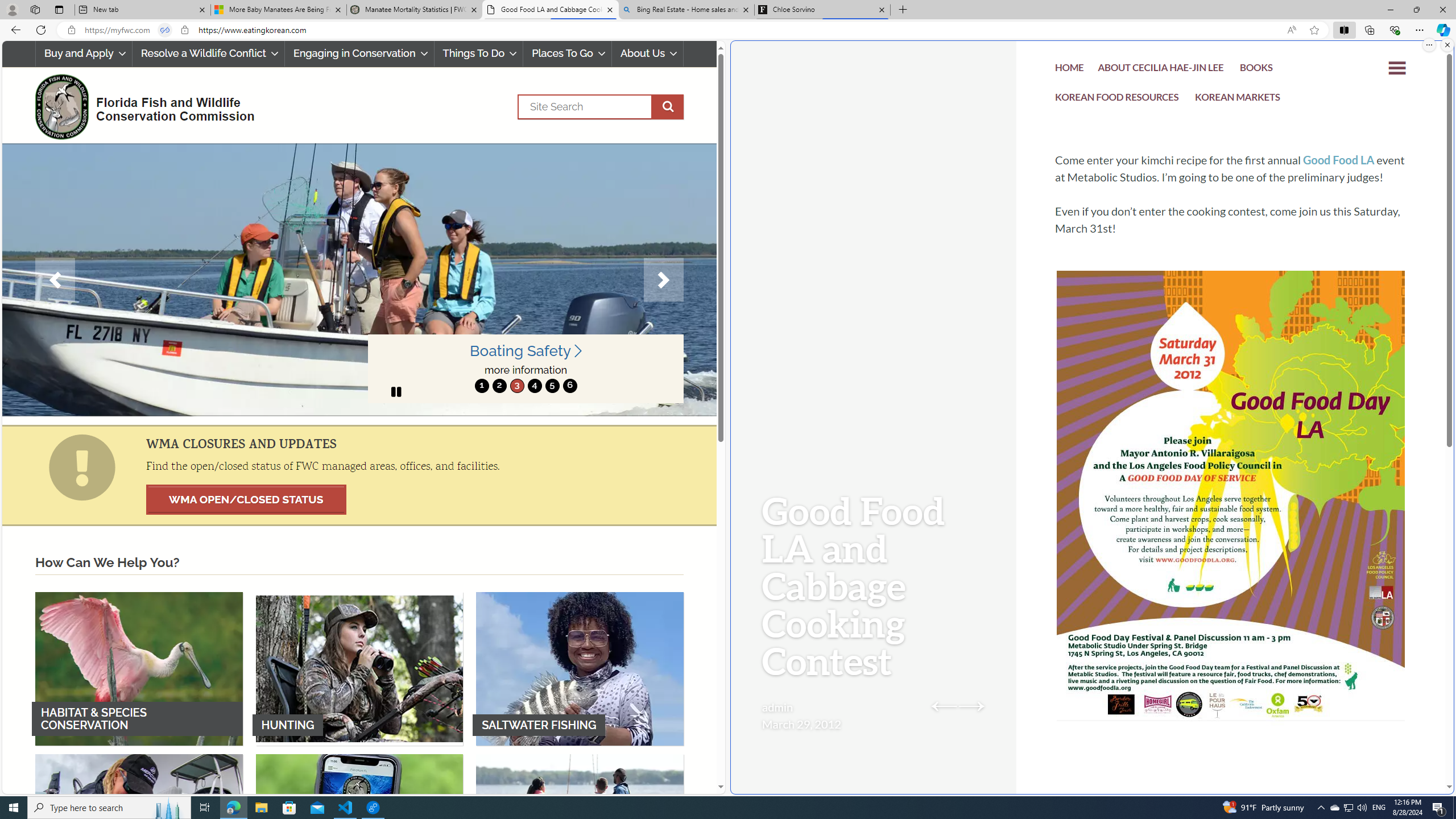 This screenshot has width=1456, height=819. Describe the element at coordinates (526, 350) in the screenshot. I see `'Boating Safety '` at that location.